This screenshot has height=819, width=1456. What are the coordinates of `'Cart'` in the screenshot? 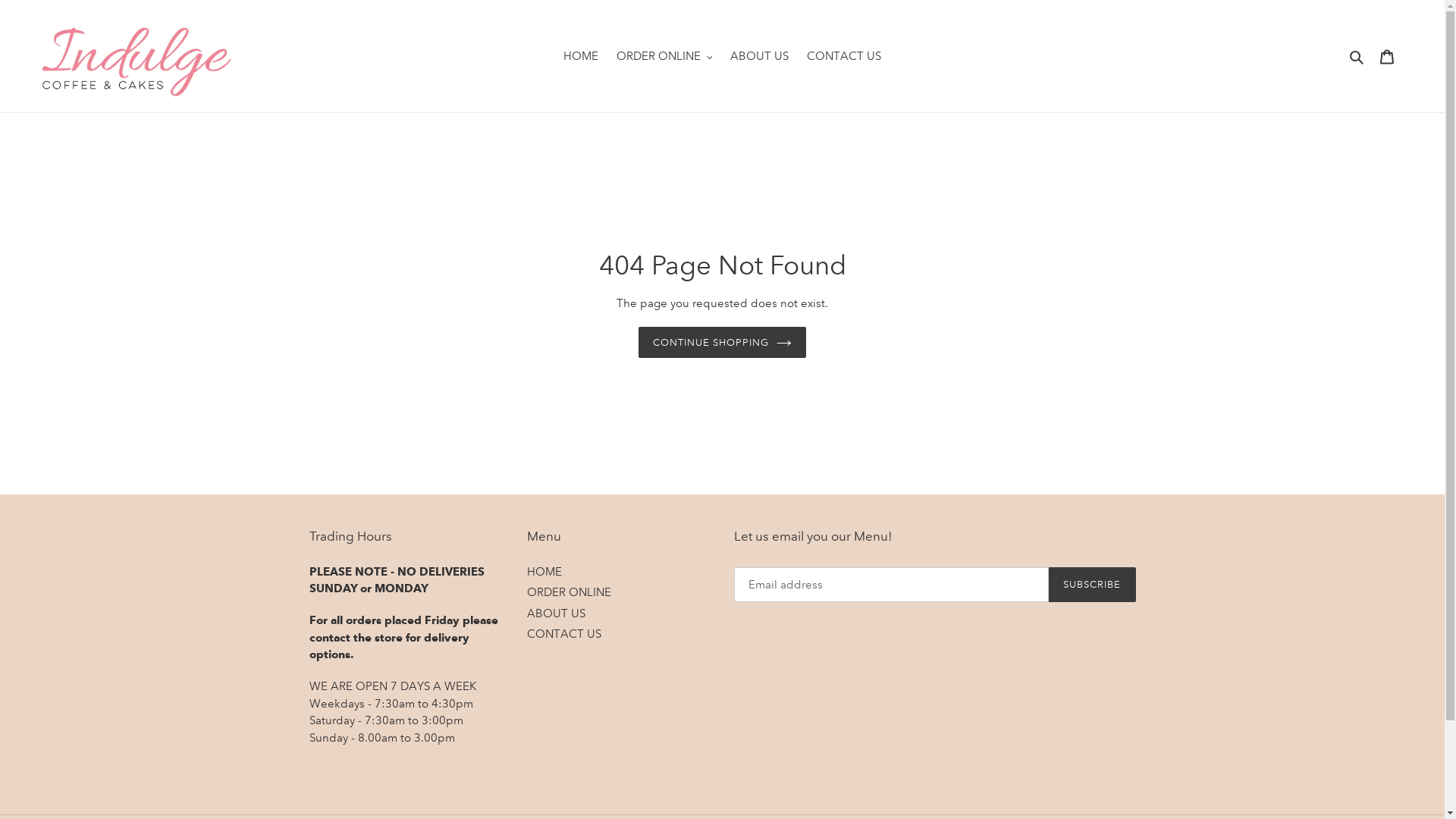 It's located at (1386, 55).